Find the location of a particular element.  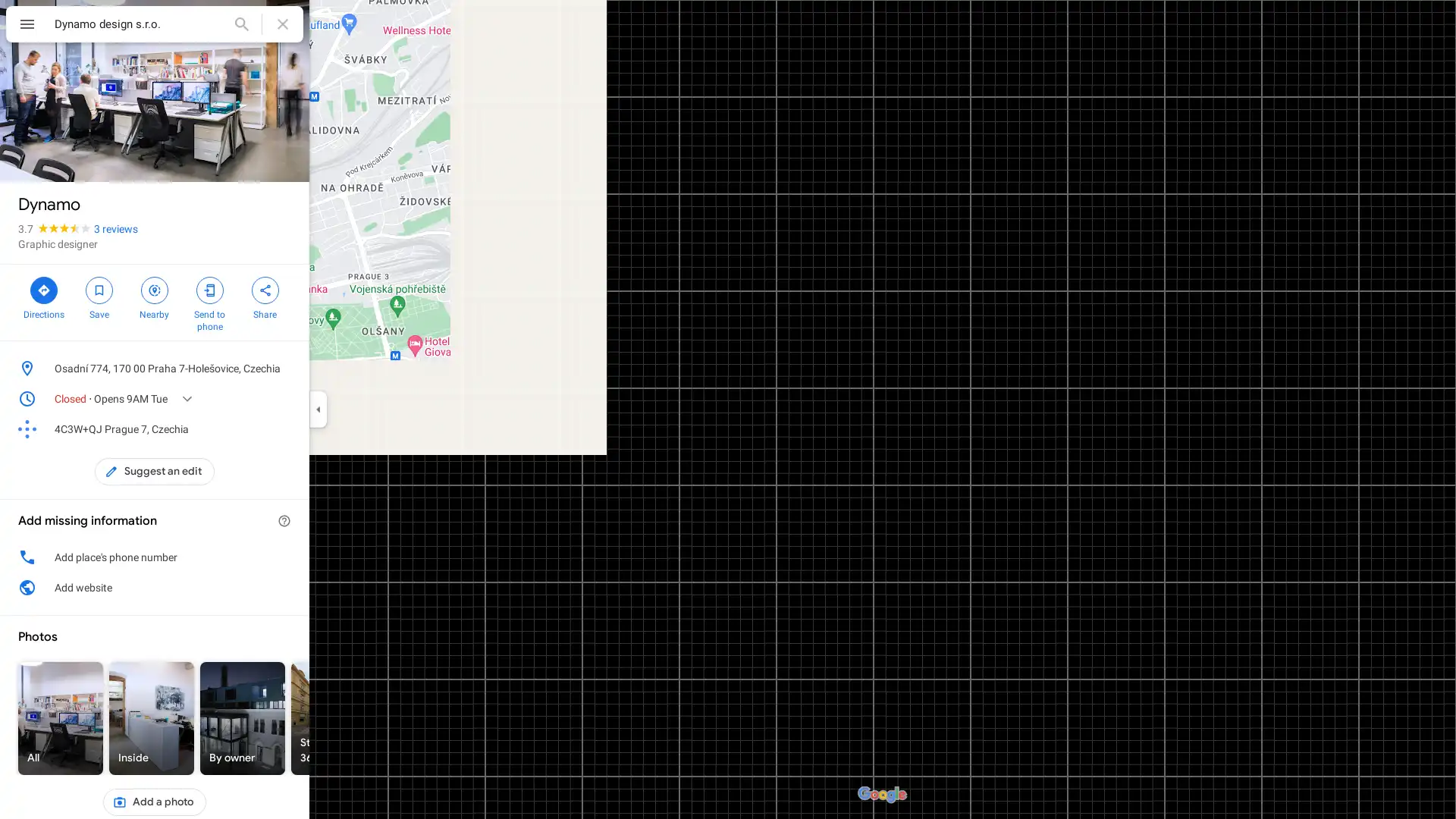

3 reviews is located at coordinates (115, 228).